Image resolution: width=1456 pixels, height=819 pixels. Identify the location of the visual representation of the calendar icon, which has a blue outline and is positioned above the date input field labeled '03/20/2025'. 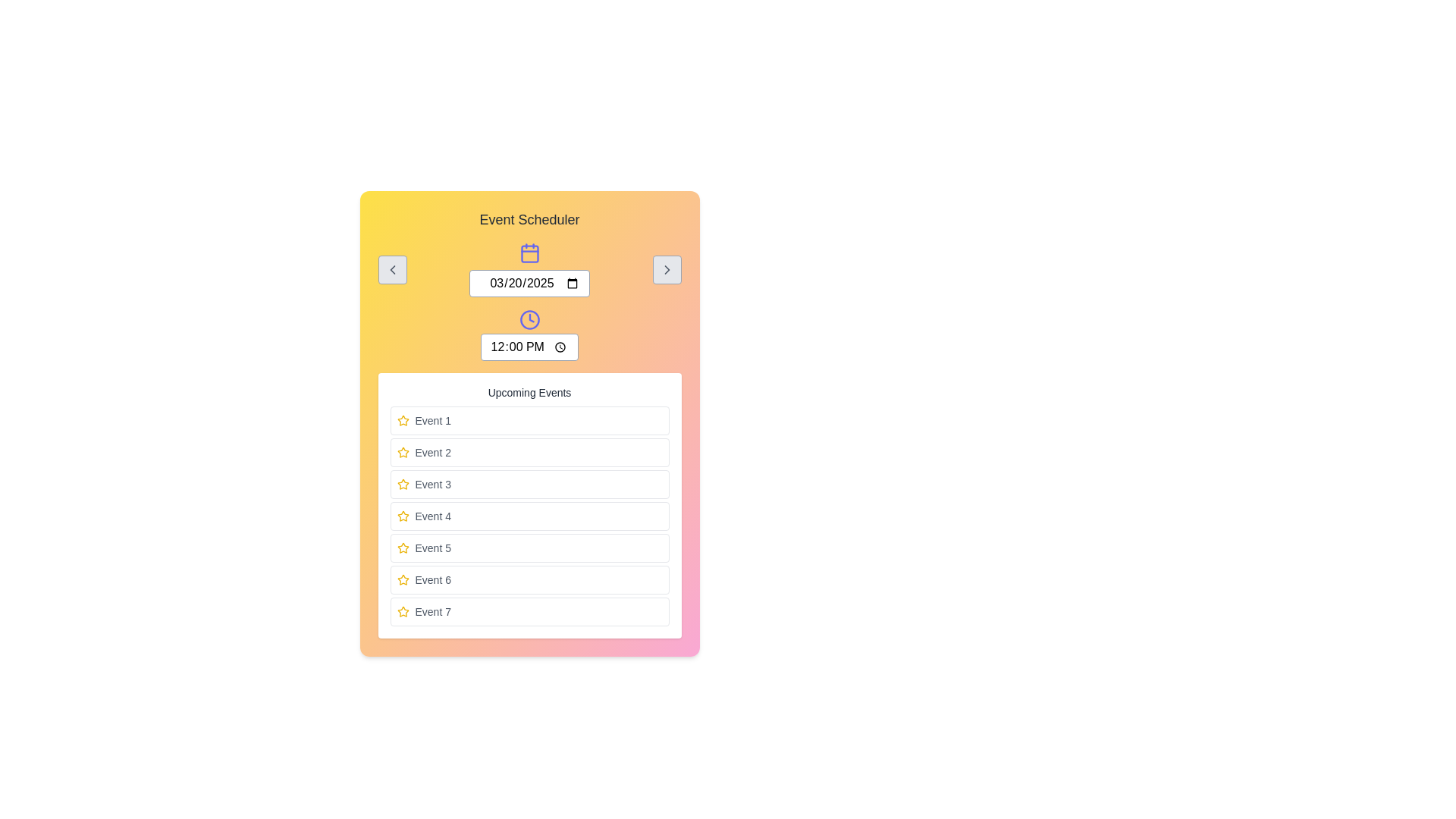
(529, 253).